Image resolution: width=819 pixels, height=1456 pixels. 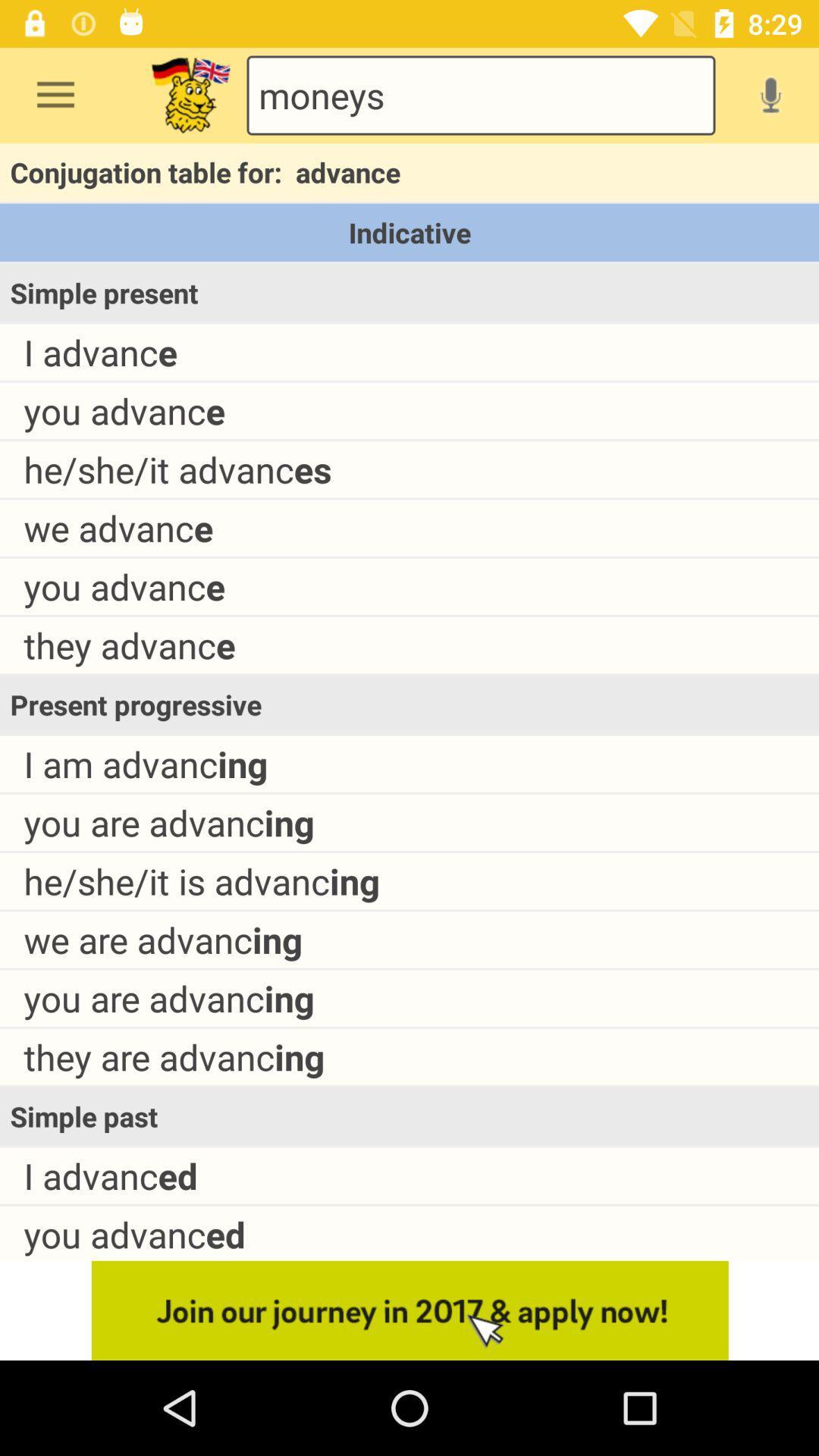 What do you see at coordinates (770, 94) in the screenshot?
I see `enable voice search` at bounding box center [770, 94].